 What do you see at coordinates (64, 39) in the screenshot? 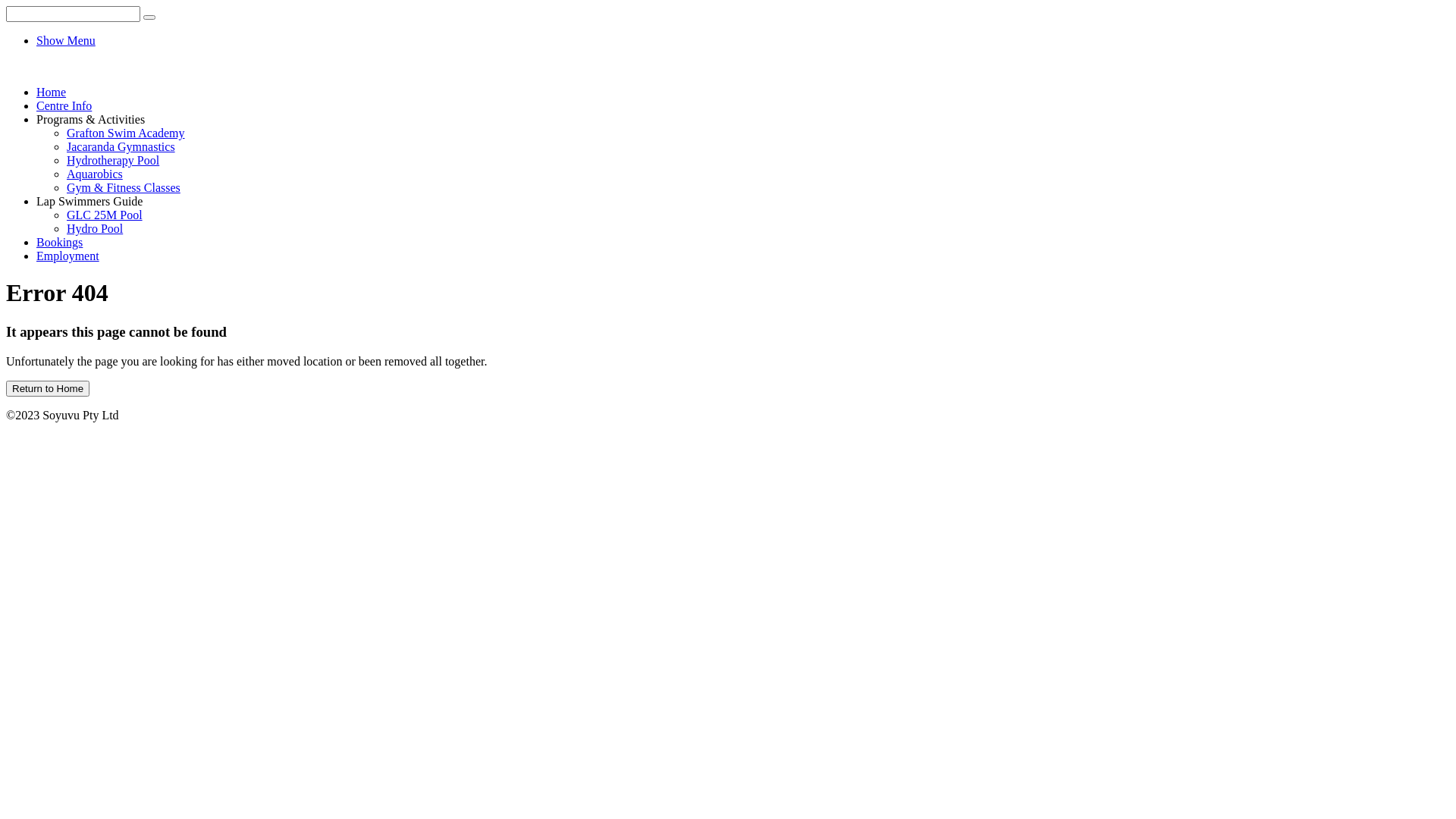
I see `'Show Menu'` at bounding box center [64, 39].